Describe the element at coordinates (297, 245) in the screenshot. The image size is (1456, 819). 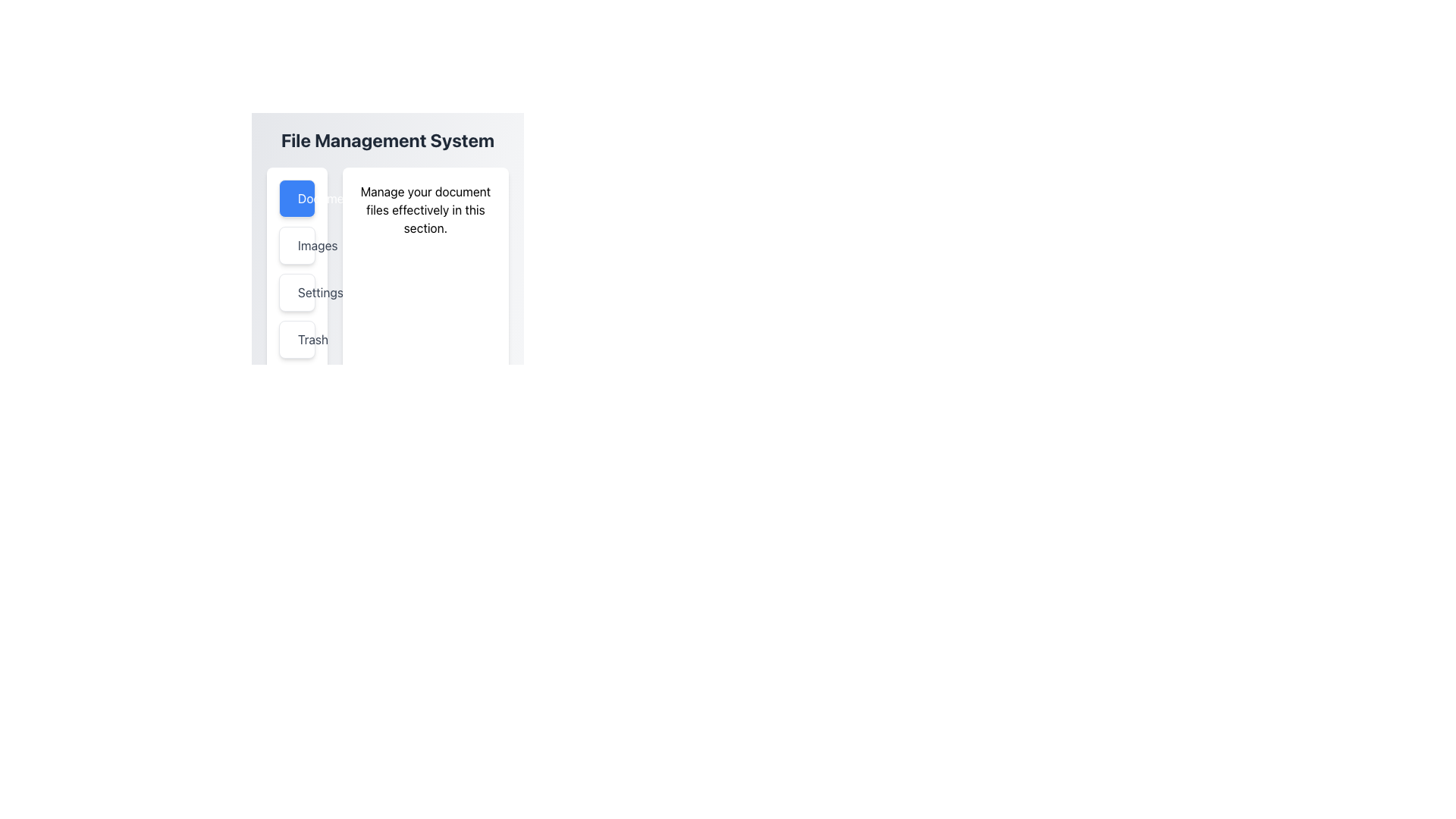
I see `the 'Images' button, which is a rectangular button with rounded corners and gray text` at that location.